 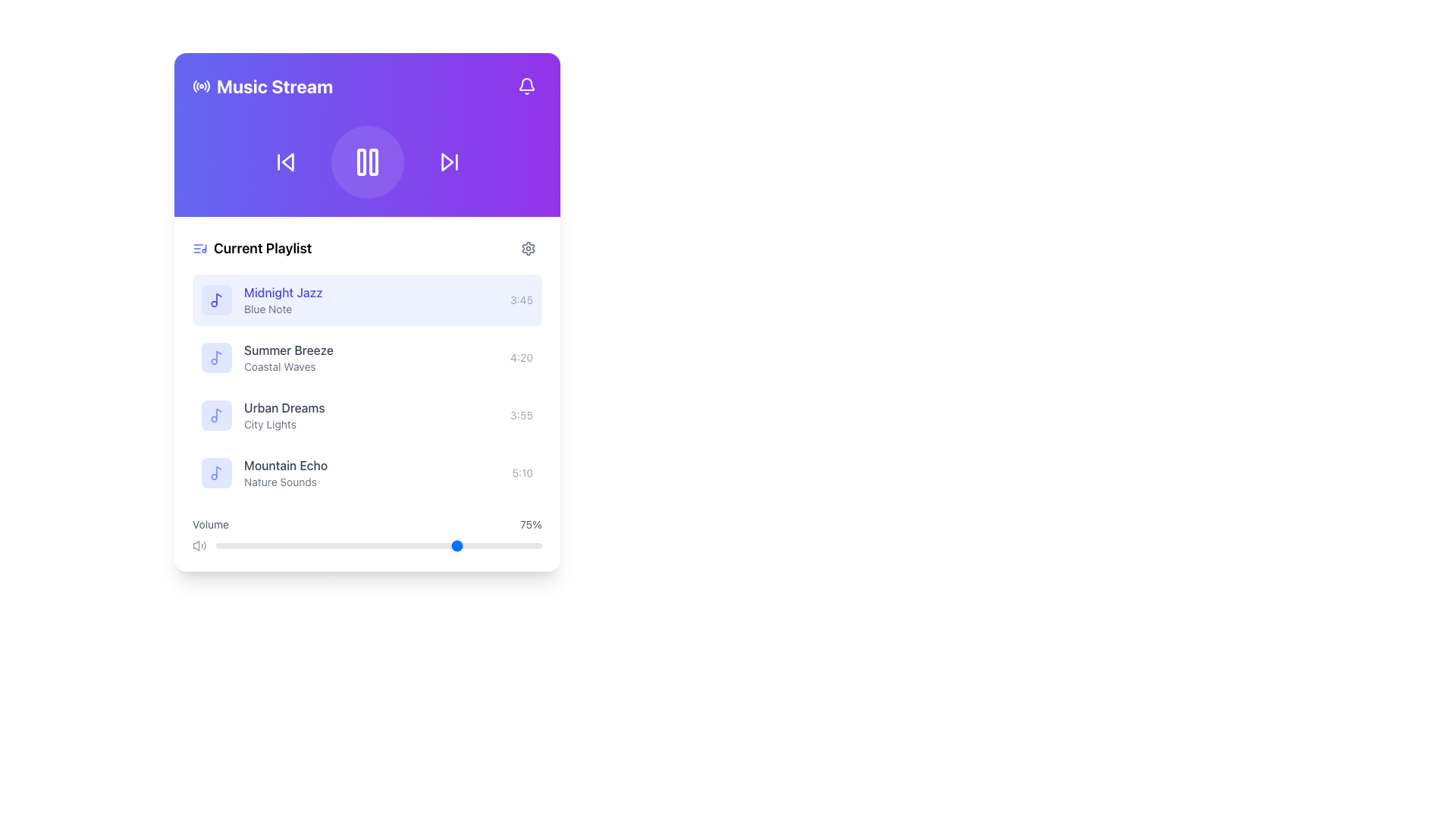 What do you see at coordinates (522, 415) in the screenshot?
I see `the text label indicating the duration of the track 'Urban Dreams', located in the bottom-right corner of the playlist item in the 'Current Playlist' section` at bounding box center [522, 415].